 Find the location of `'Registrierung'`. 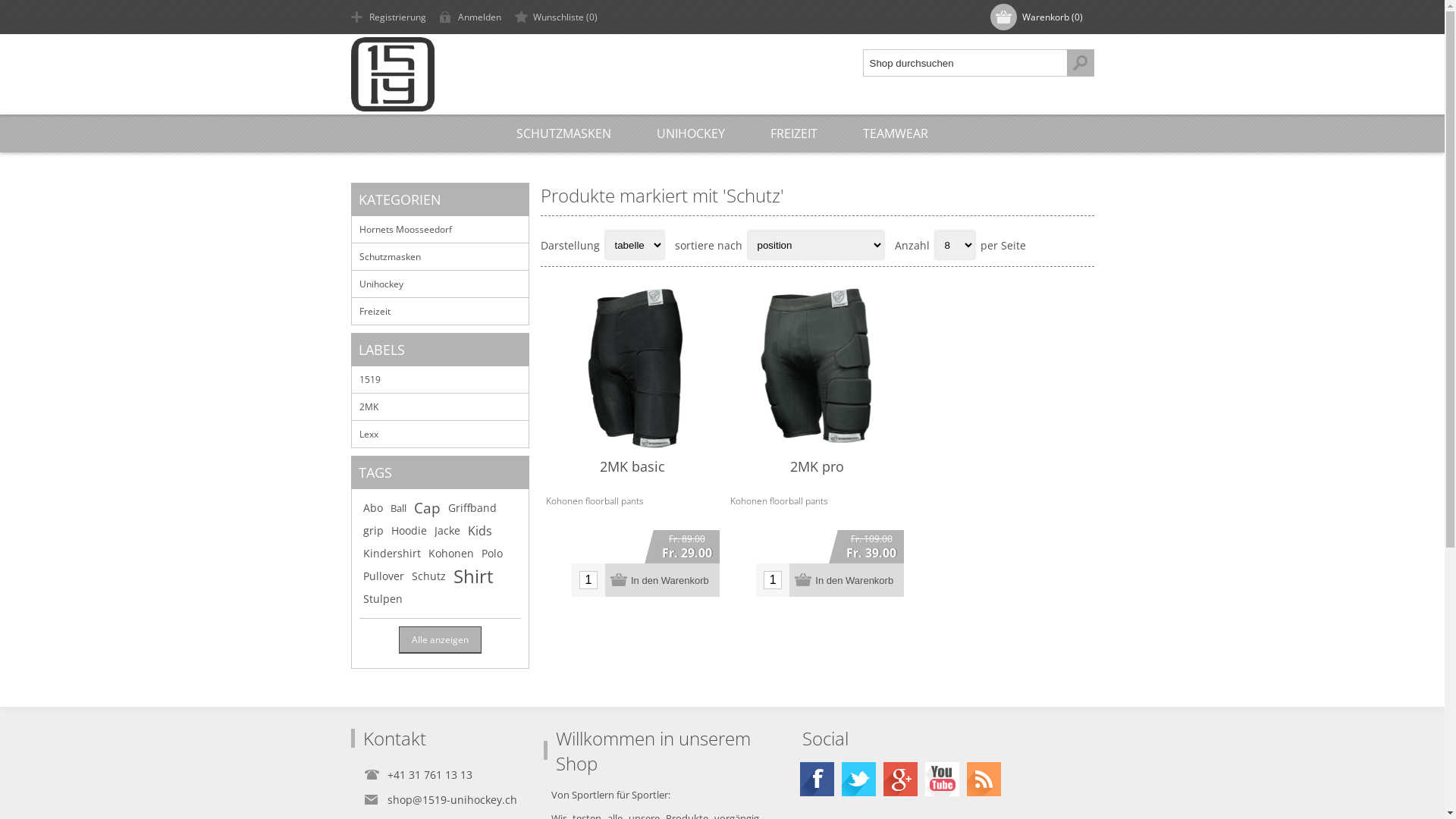

'Registrierung' is located at coordinates (390, 17).